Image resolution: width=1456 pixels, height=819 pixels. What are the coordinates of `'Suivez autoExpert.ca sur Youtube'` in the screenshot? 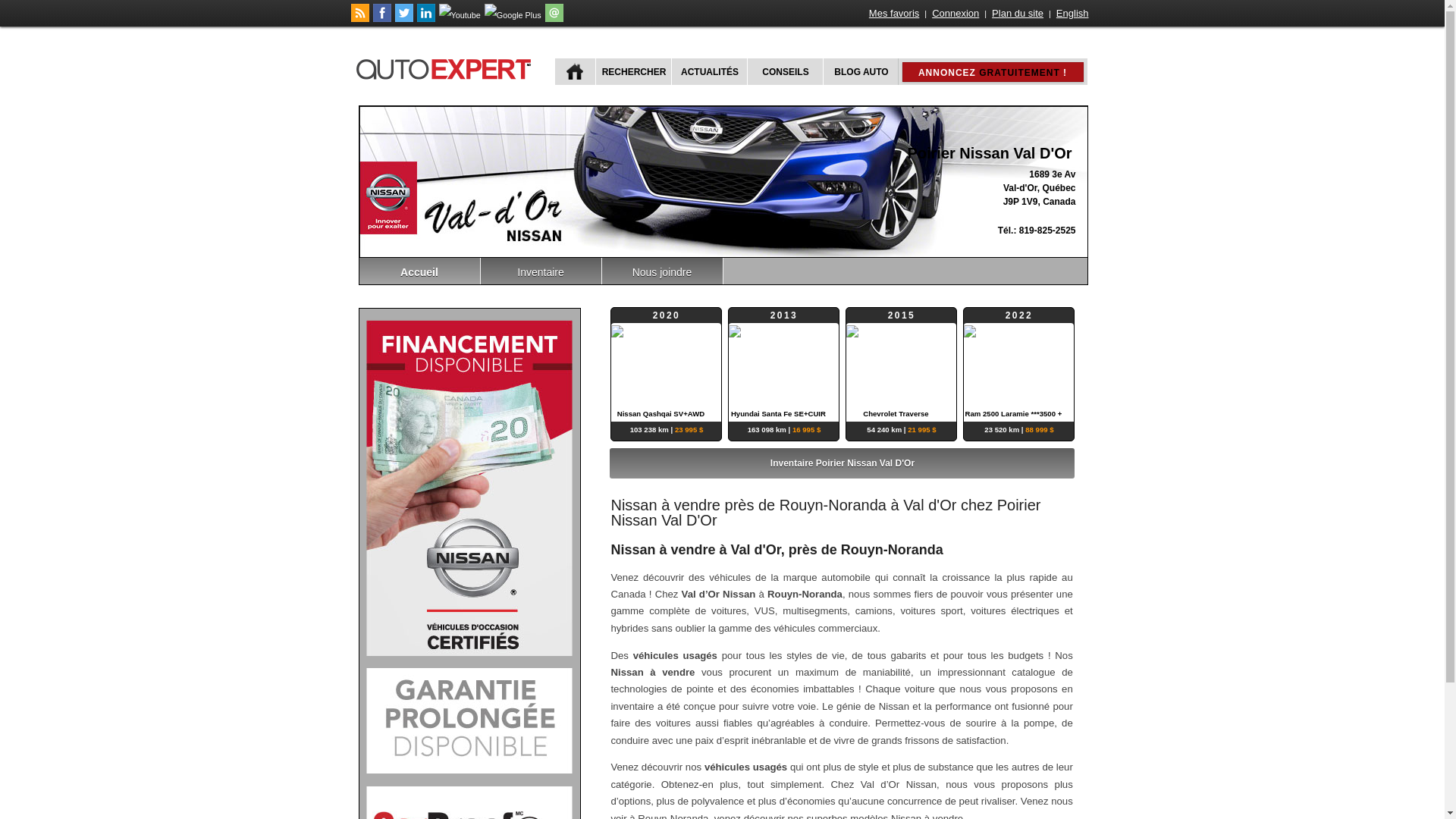 It's located at (458, 14).